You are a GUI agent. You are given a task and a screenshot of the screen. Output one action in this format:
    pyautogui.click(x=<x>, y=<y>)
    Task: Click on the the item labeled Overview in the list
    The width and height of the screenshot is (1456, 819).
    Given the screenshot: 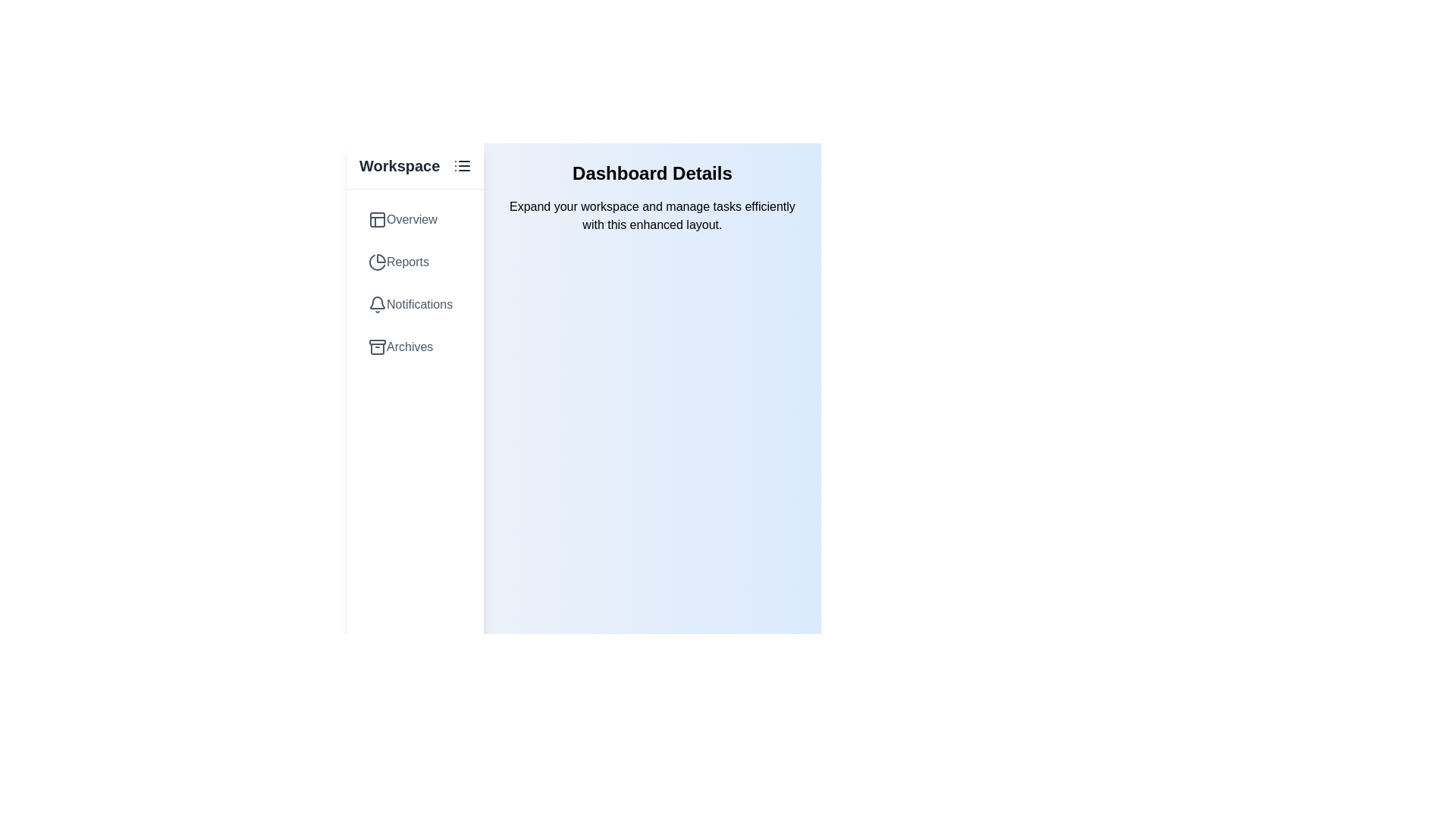 What is the action you would take?
    pyautogui.click(x=415, y=219)
    